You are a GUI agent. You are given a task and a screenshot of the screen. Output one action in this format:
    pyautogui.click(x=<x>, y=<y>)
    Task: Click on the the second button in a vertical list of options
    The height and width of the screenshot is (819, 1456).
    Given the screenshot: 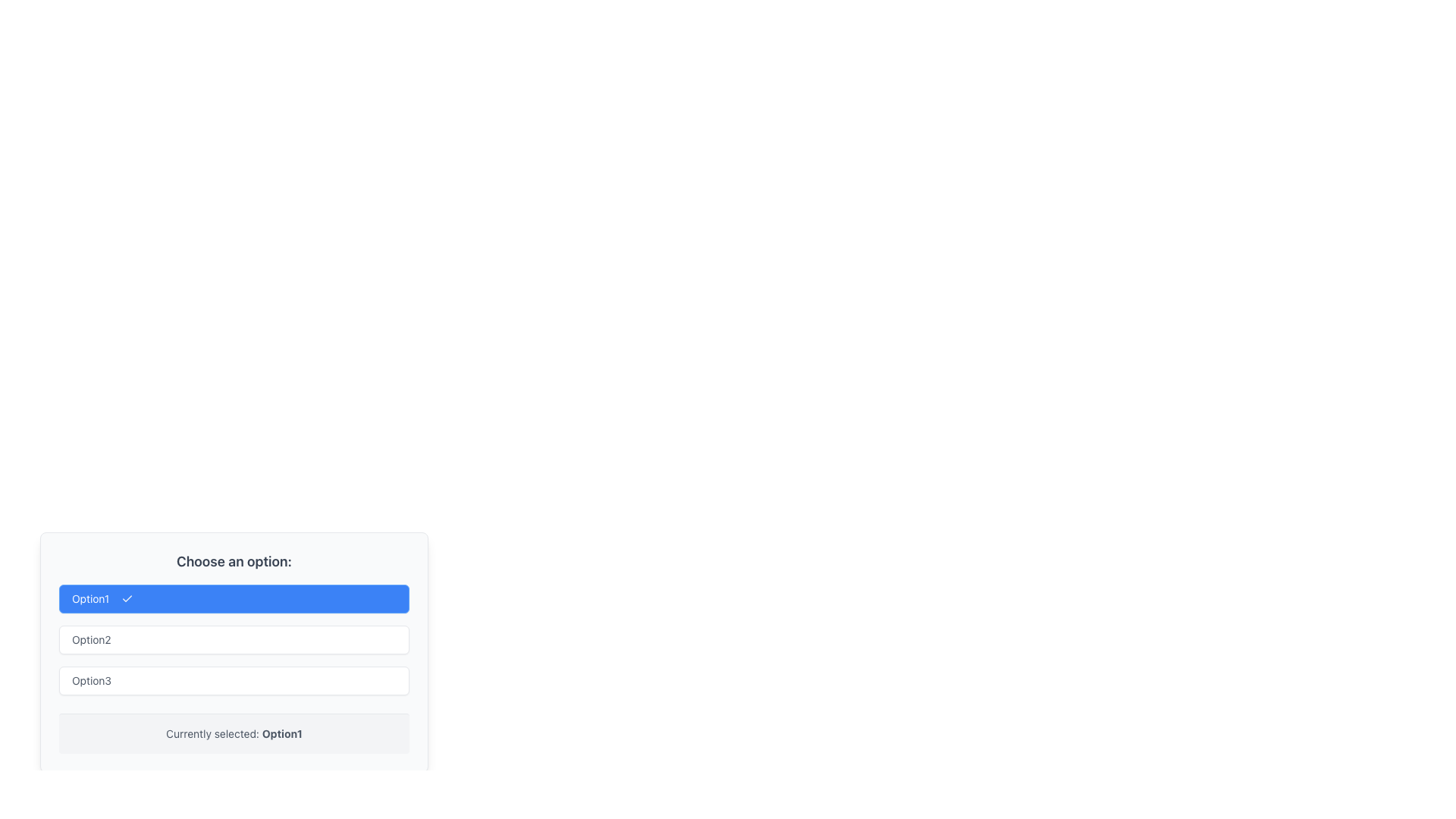 What is the action you would take?
    pyautogui.click(x=233, y=640)
    